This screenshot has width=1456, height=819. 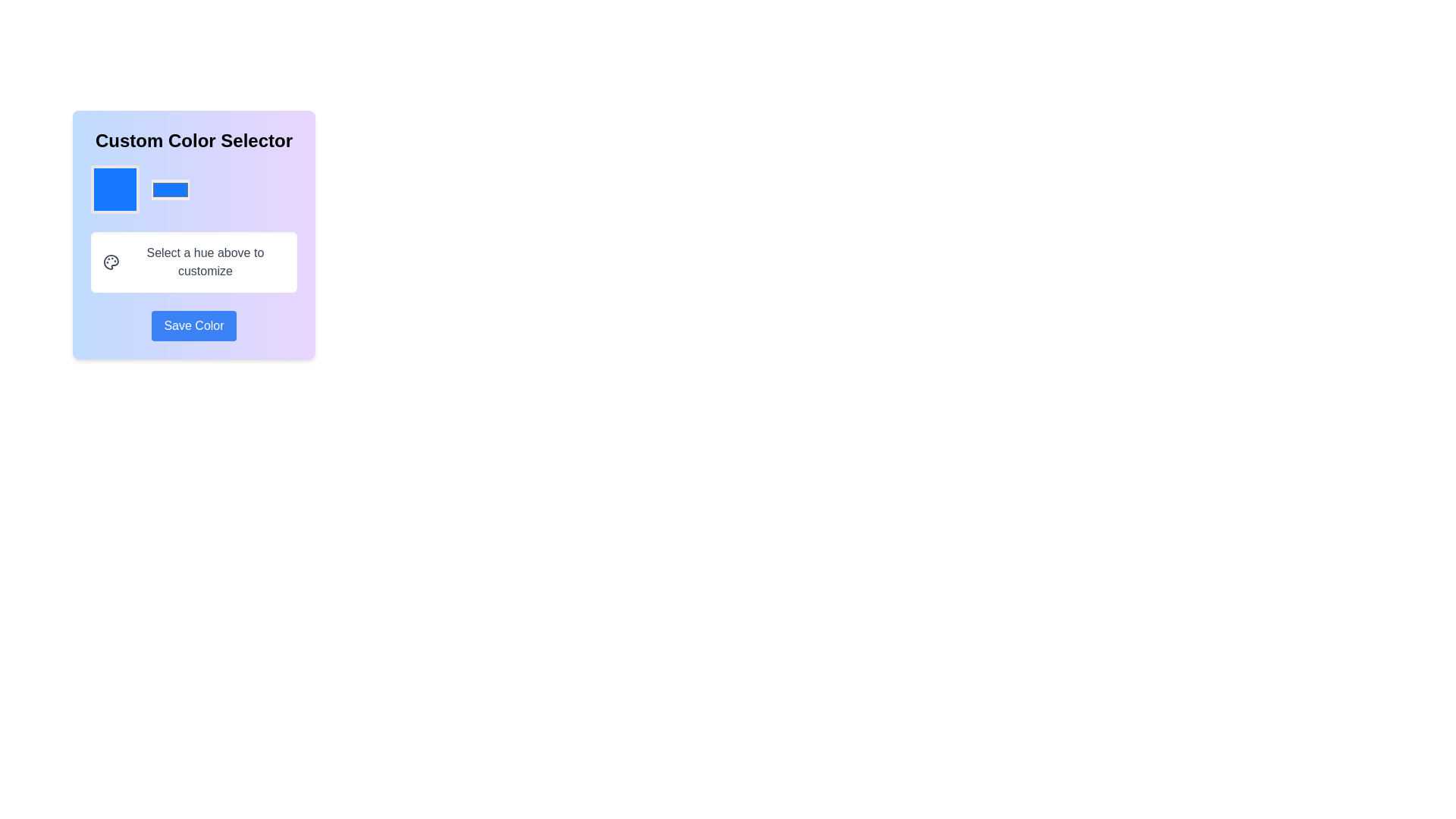 What do you see at coordinates (110, 262) in the screenshot?
I see `the color customization icon located in the middle-left section of the card-like panel, which is positioned to the left of the 'Select a hue above to customize' text and above the 'Save Color' button` at bounding box center [110, 262].